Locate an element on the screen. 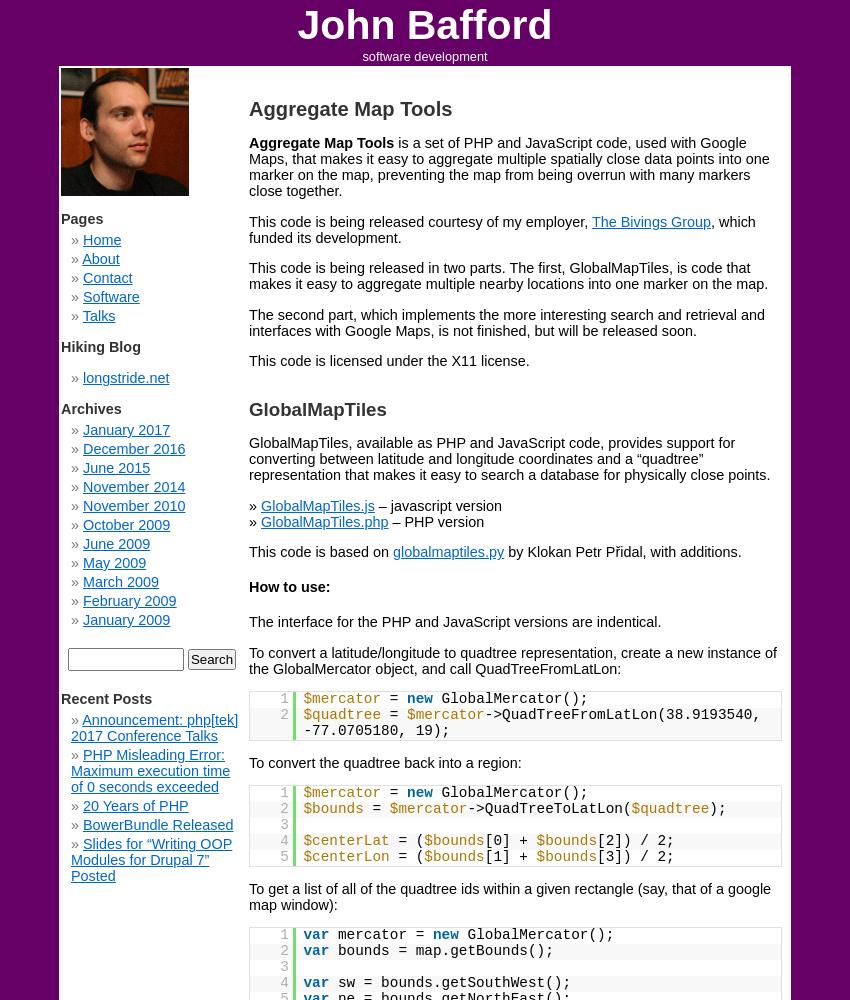 The height and width of the screenshot is (1000, 850). 'January 2009' is located at coordinates (82, 619).